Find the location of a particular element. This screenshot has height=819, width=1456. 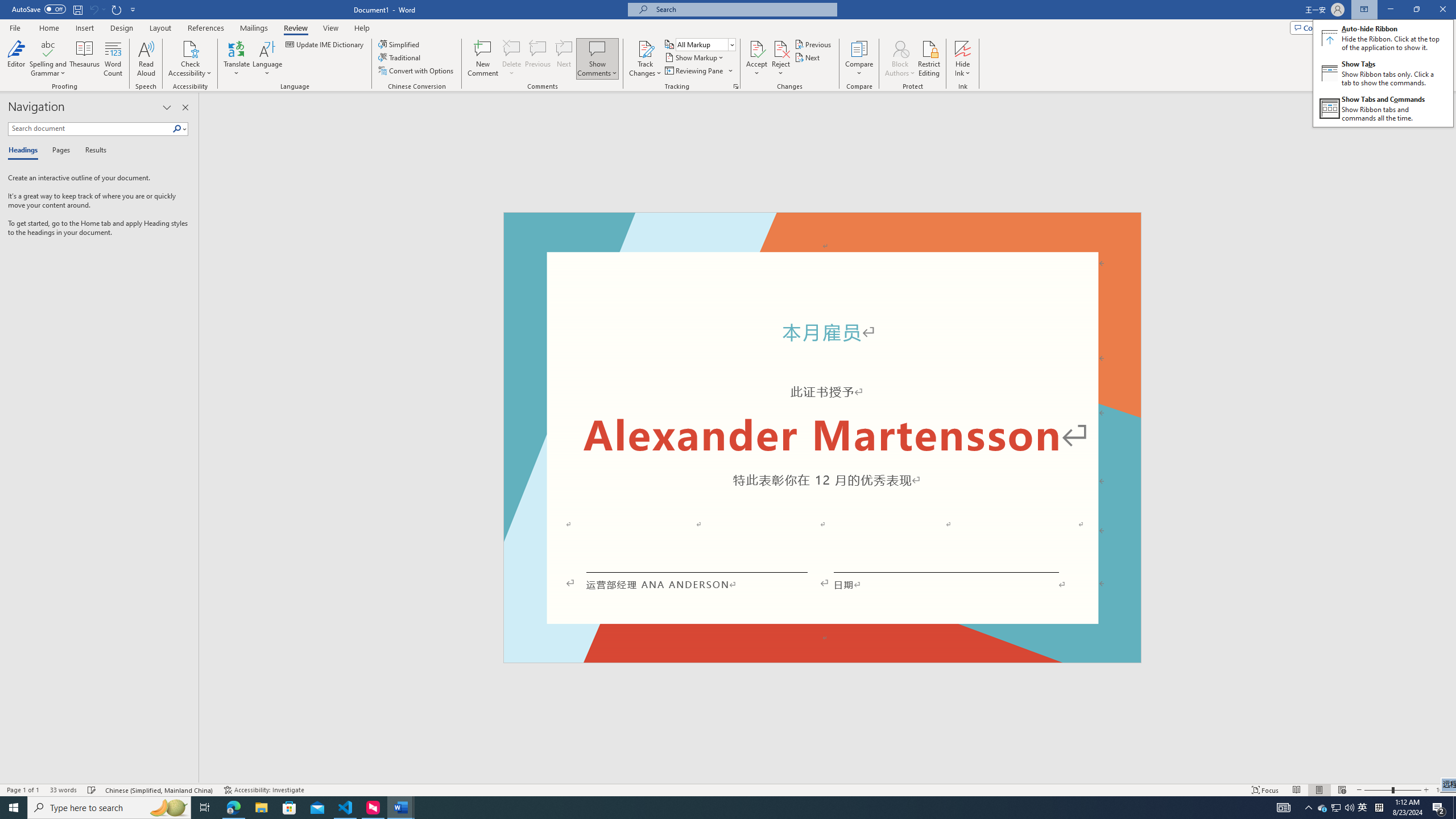

'AutomationID: 4105' is located at coordinates (1283, 806).